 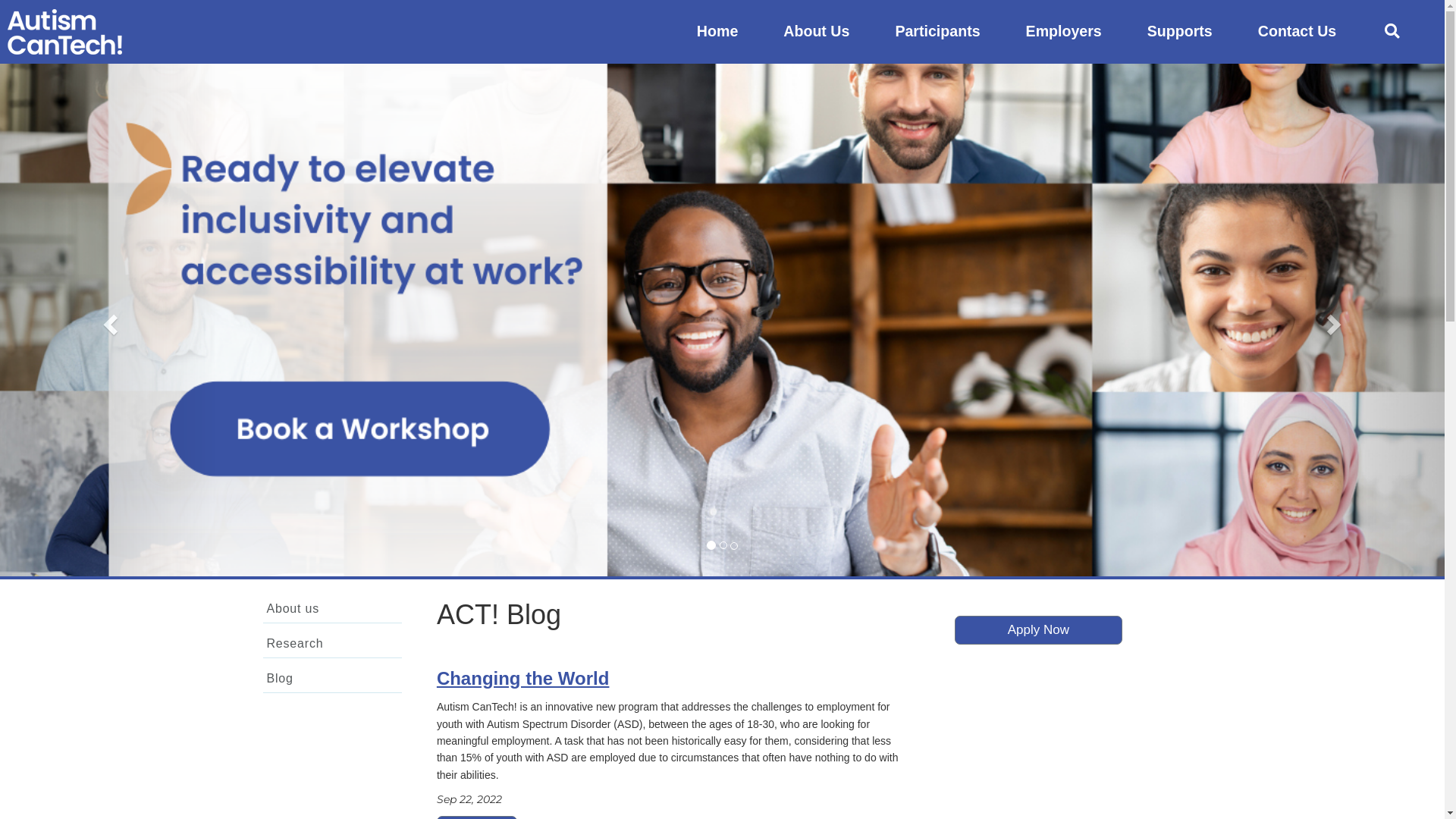 What do you see at coordinates (331, 678) in the screenshot?
I see `'Blog'` at bounding box center [331, 678].